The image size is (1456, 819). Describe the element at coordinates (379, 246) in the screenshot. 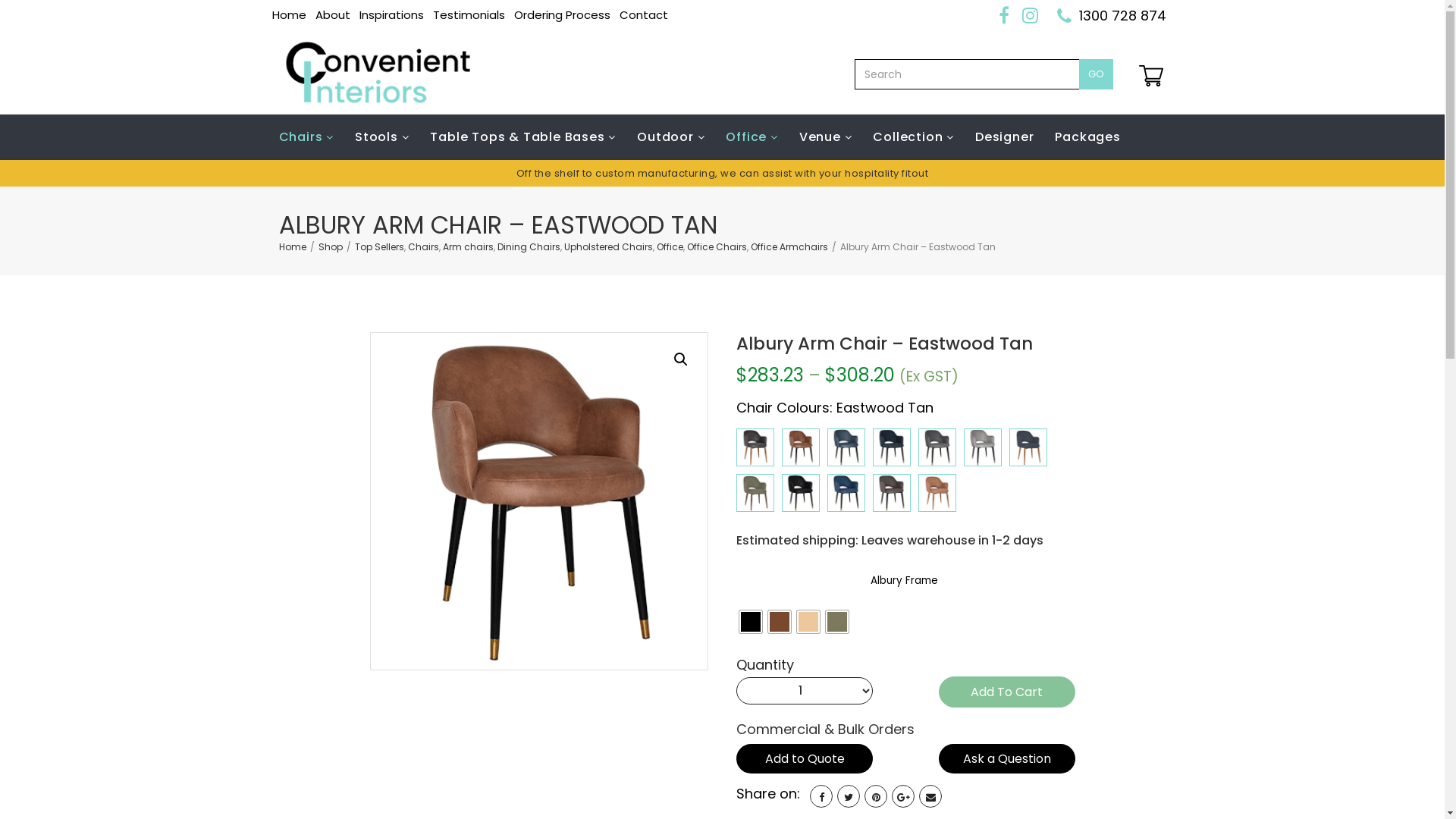

I see `'Top Sellers'` at that location.